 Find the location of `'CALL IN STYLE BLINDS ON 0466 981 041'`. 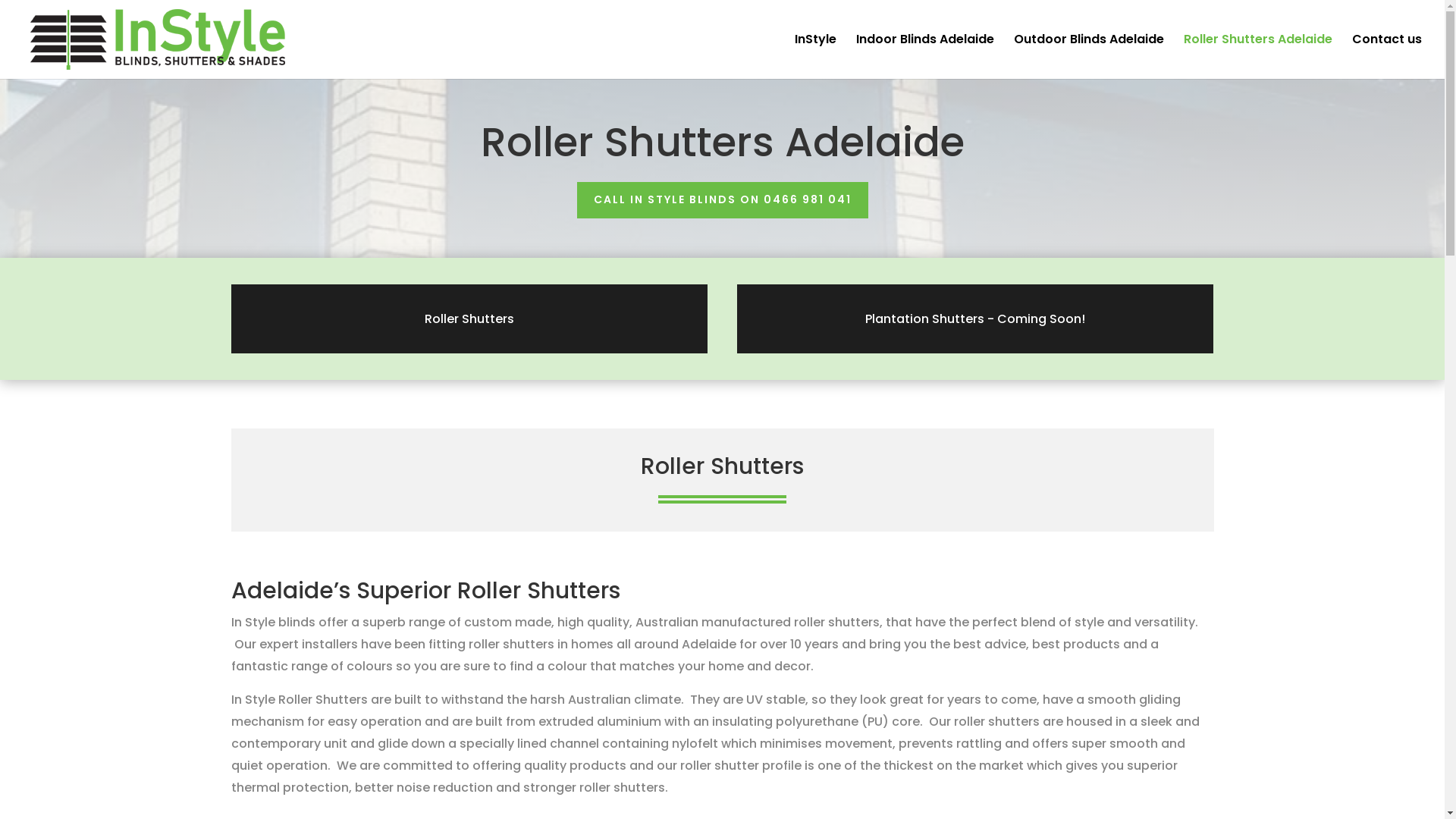

'CALL IN STYLE BLINDS ON 0466 981 041' is located at coordinates (720, 199).